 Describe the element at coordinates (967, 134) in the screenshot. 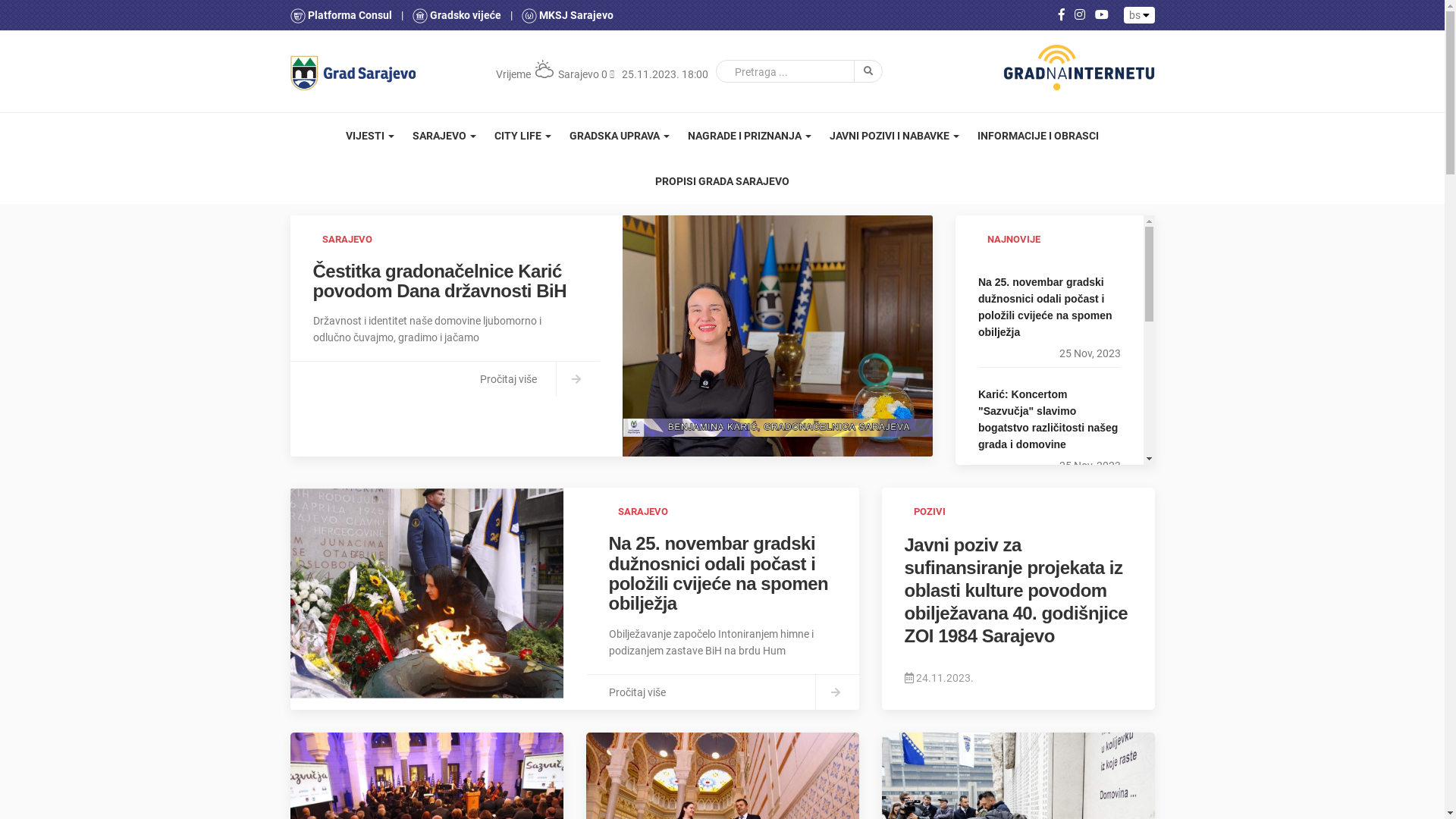

I see `'INFORMACIJE I OBRASCI'` at that location.